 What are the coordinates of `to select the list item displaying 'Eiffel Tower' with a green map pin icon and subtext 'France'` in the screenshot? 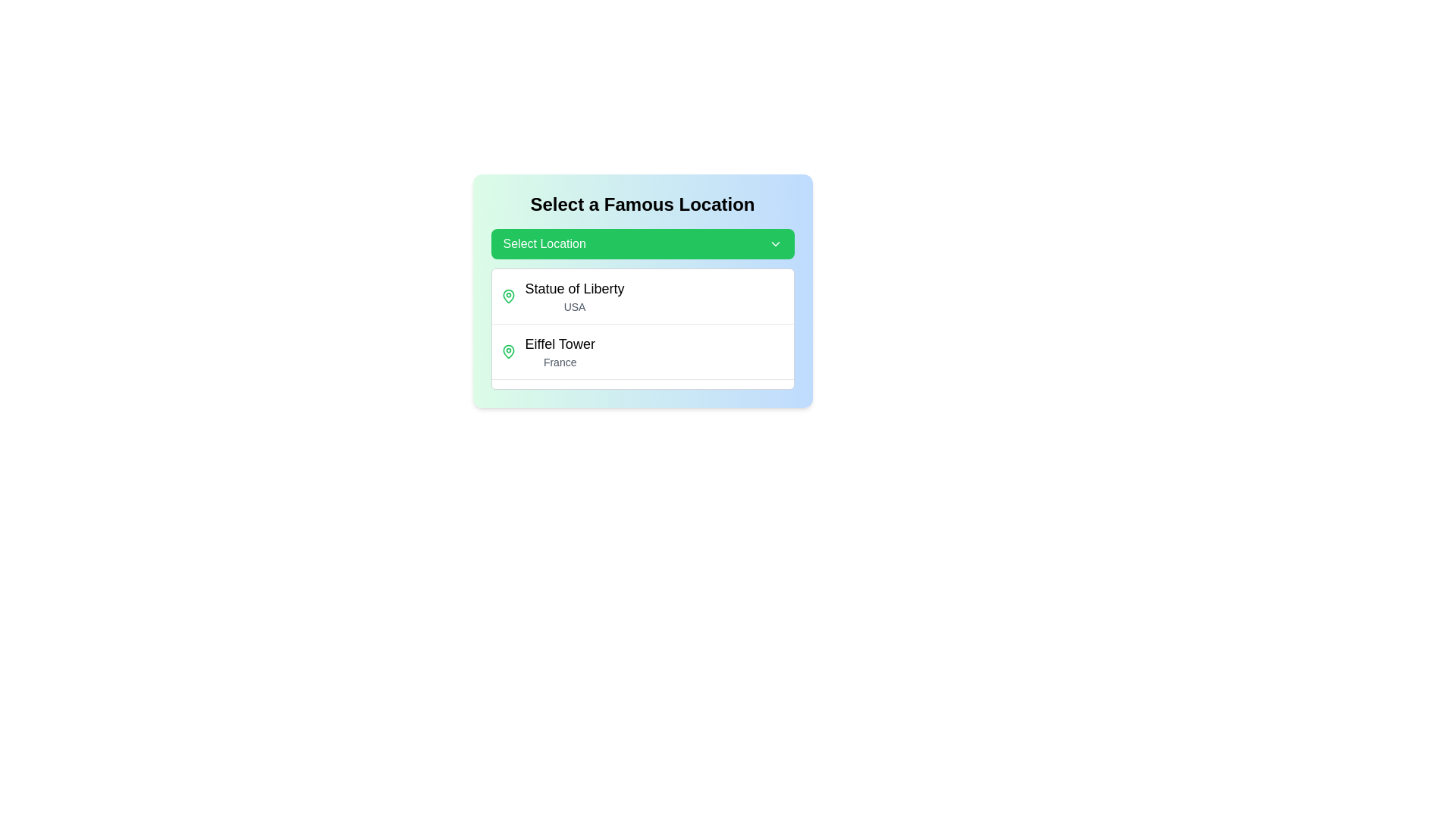 It's located at (547, 351).